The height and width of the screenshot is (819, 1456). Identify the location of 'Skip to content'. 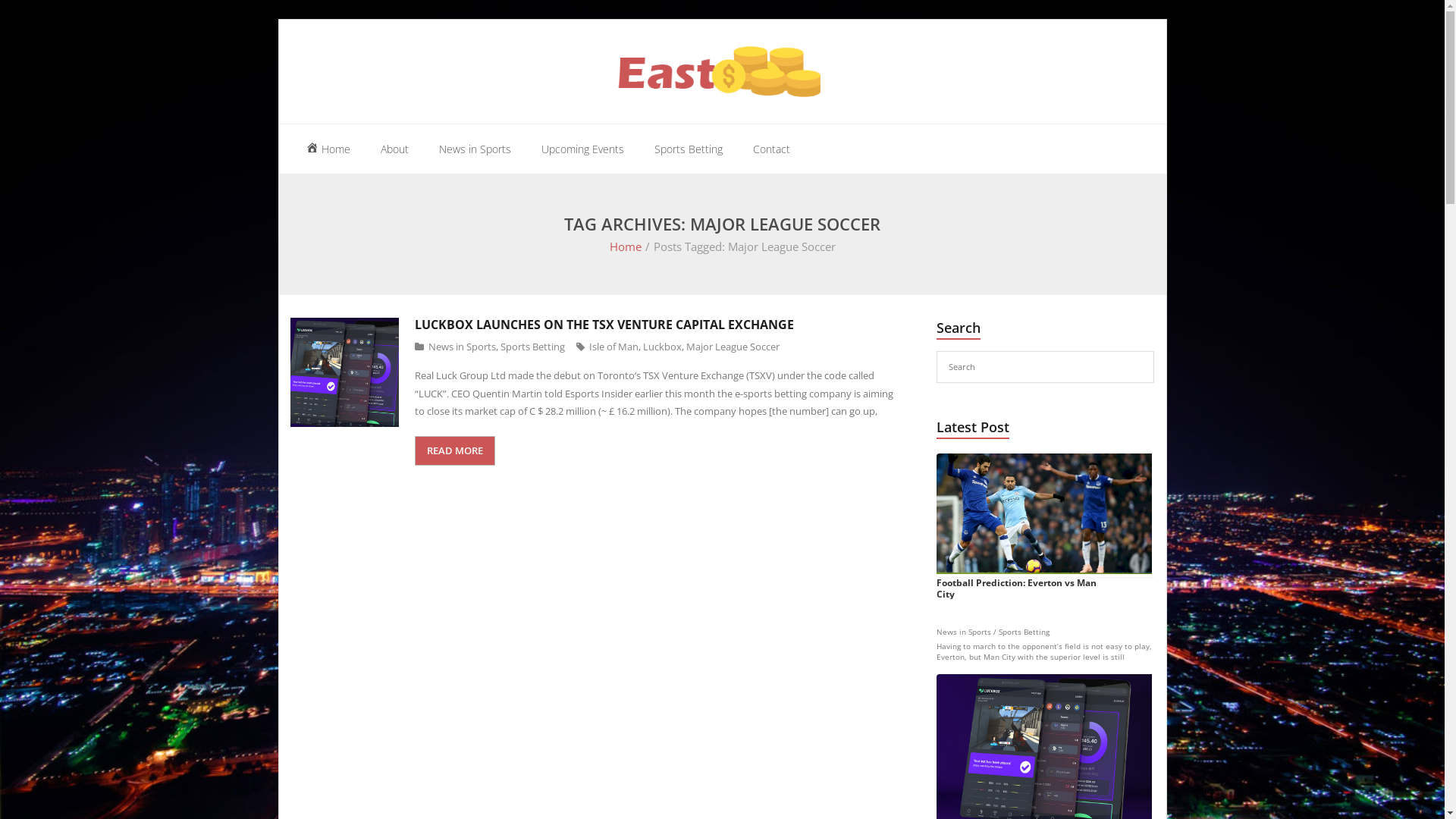
(278, 19).